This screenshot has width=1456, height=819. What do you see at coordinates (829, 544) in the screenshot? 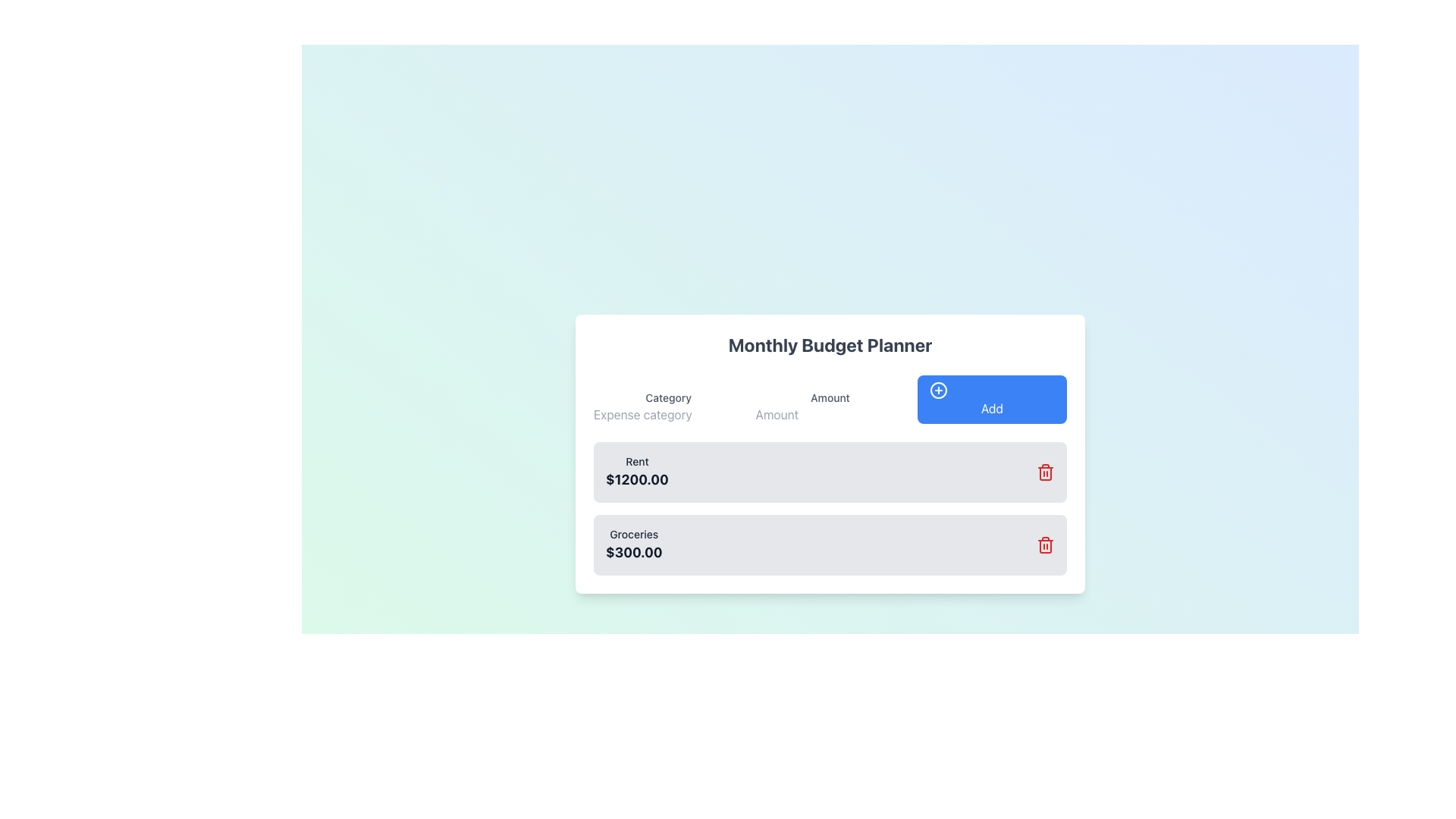
I see `the 'Groceries' expense category row` at bounding box center [829, 544].